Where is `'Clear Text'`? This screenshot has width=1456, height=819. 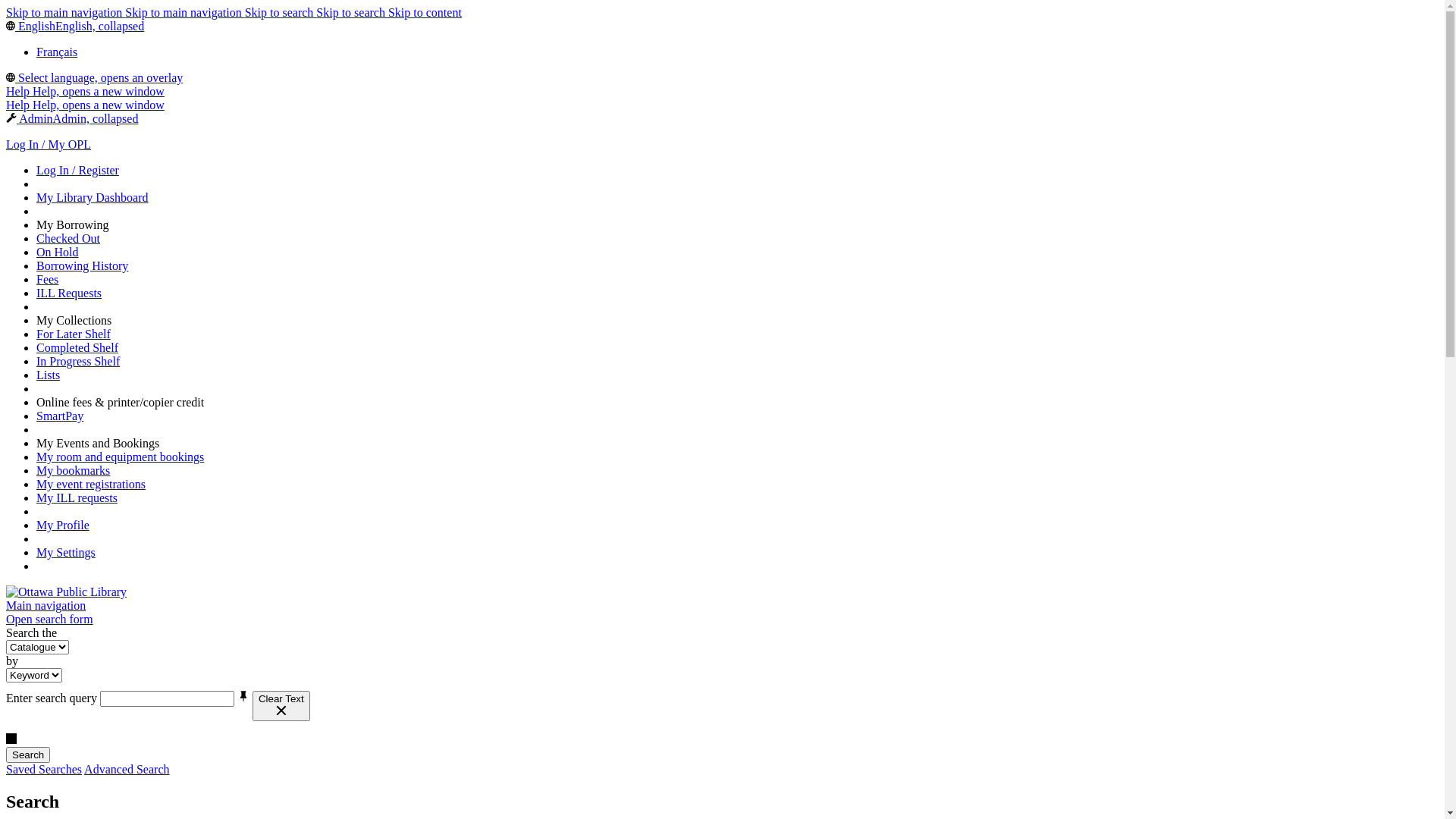
'Clear Text' is located at coordinates (281, 705).